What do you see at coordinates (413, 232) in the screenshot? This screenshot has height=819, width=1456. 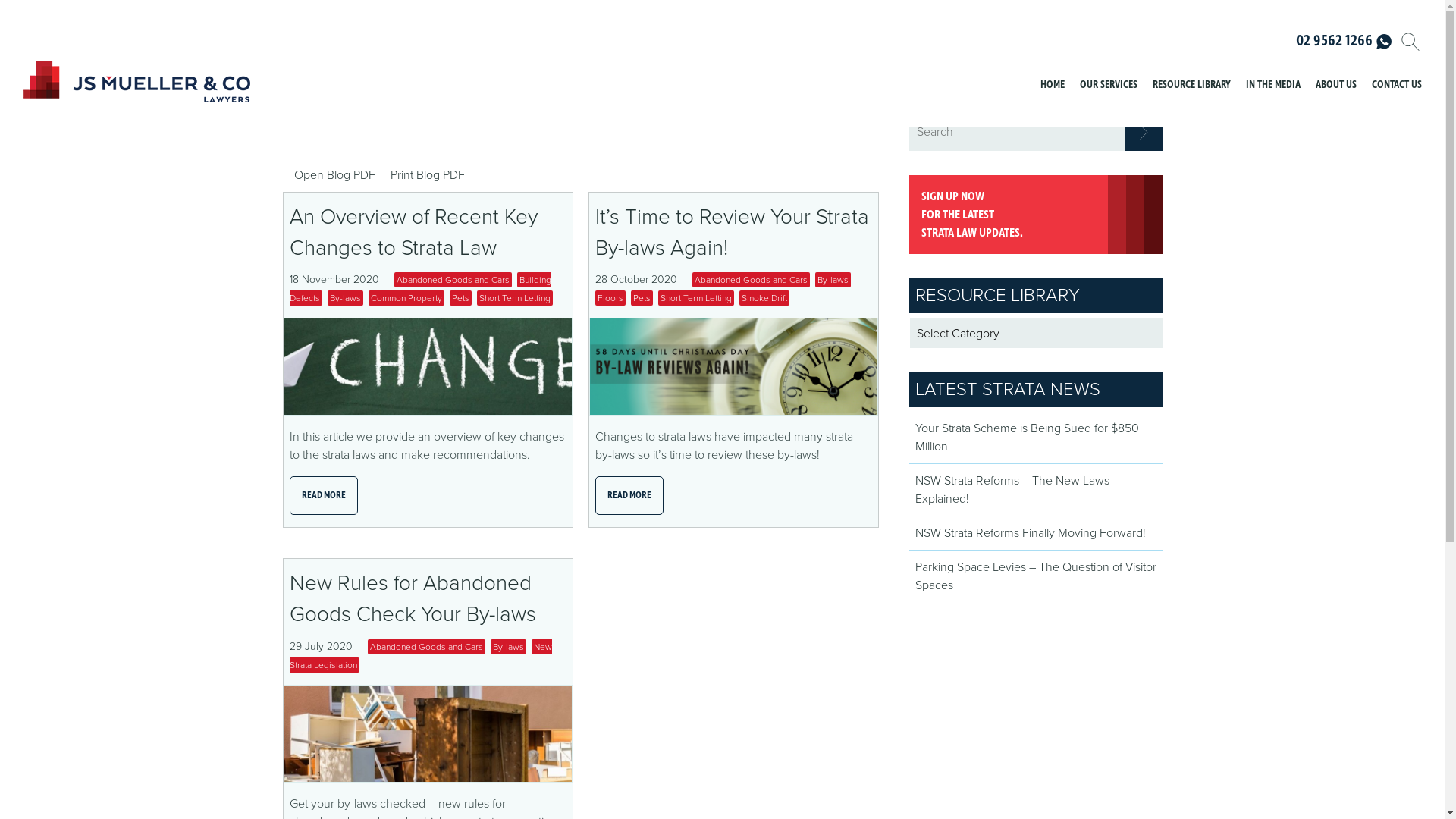 I see `'An Overview of Recent Key Changes to Strata Law'` at bounding box center [413, 232].